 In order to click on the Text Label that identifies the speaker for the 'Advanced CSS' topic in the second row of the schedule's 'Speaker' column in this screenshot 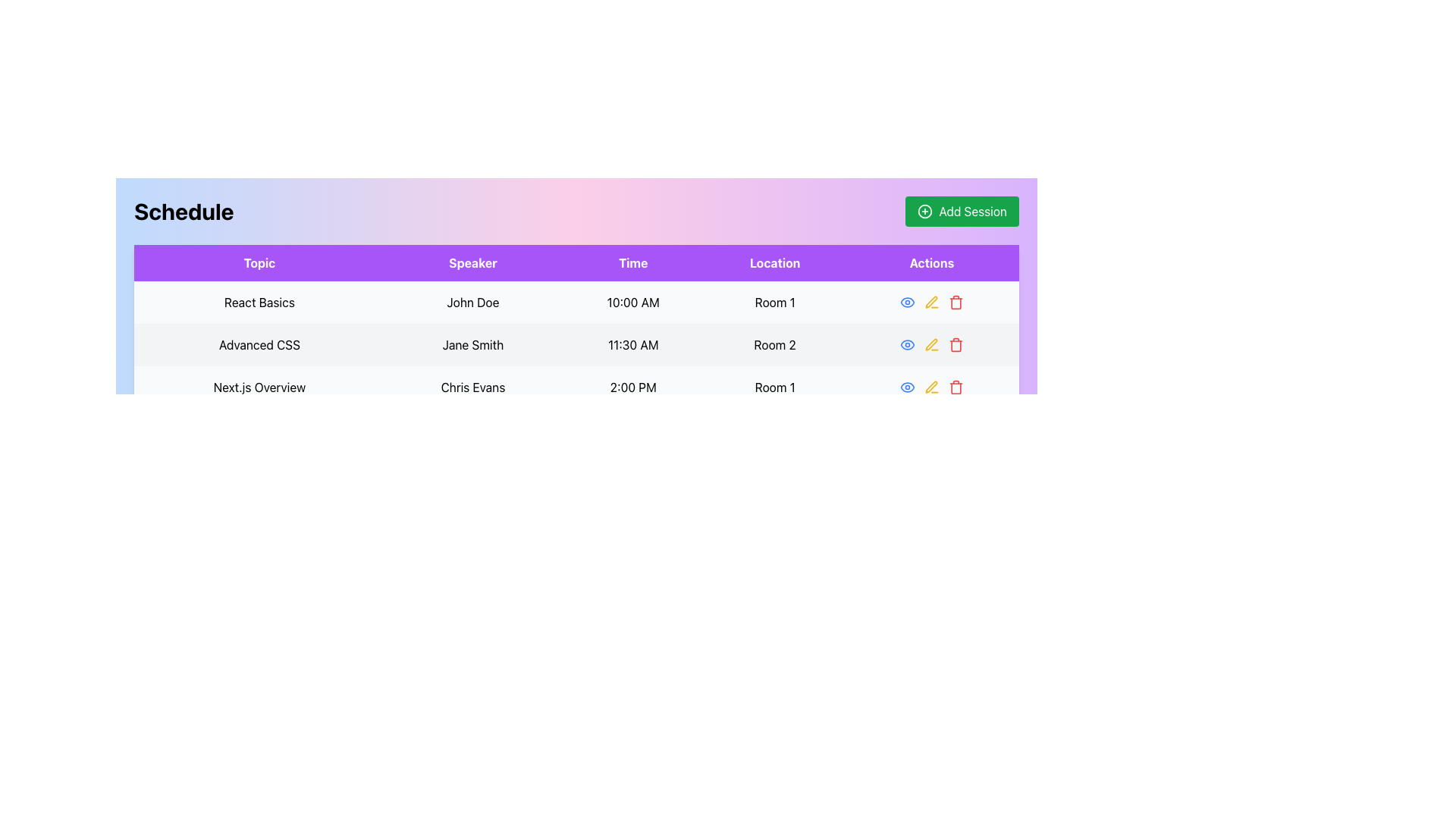, I will do `click(472, 345)`.